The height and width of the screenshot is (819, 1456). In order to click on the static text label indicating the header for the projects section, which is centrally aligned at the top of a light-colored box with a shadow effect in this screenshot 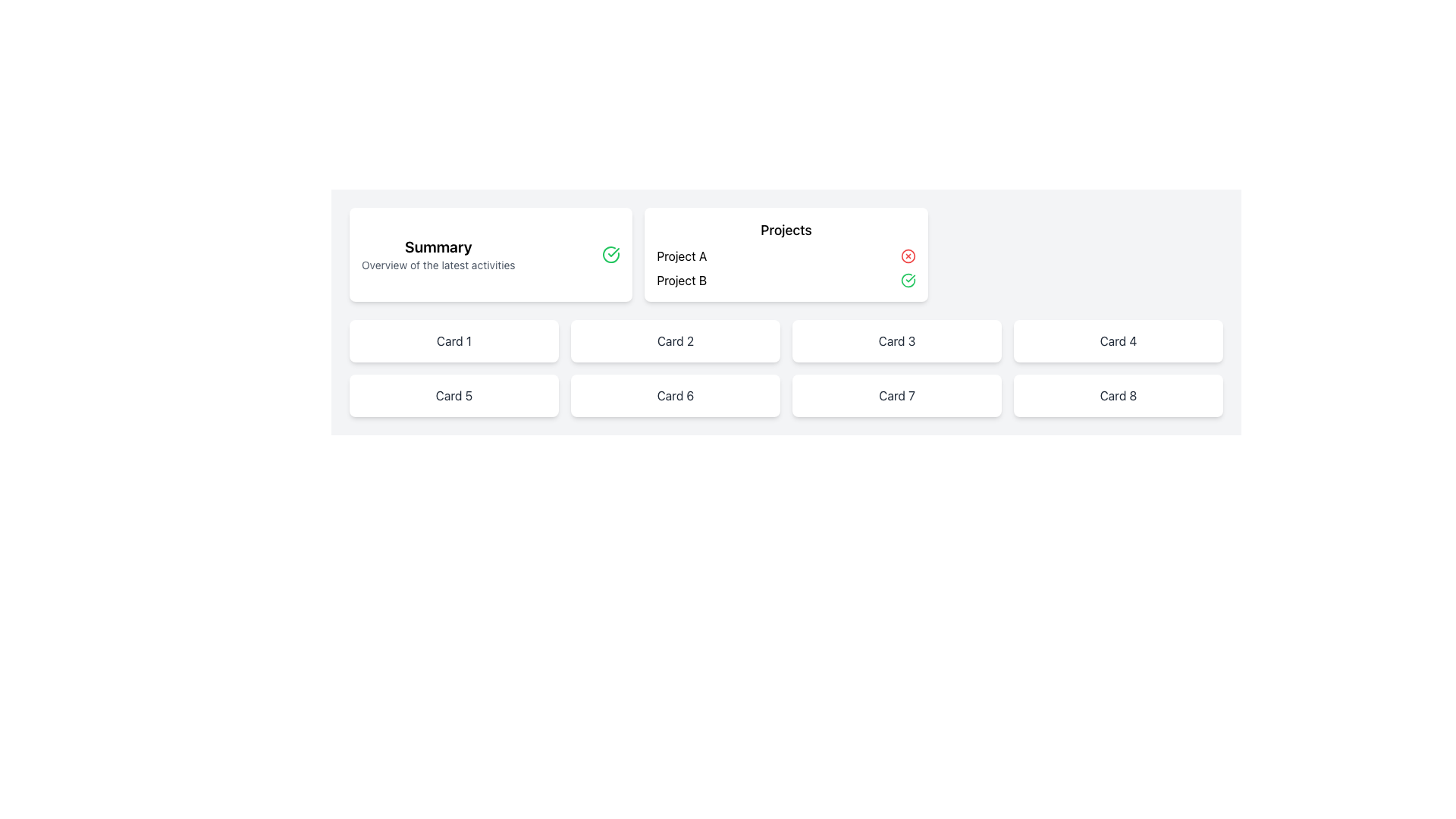, I will do `click(786, 231)`.